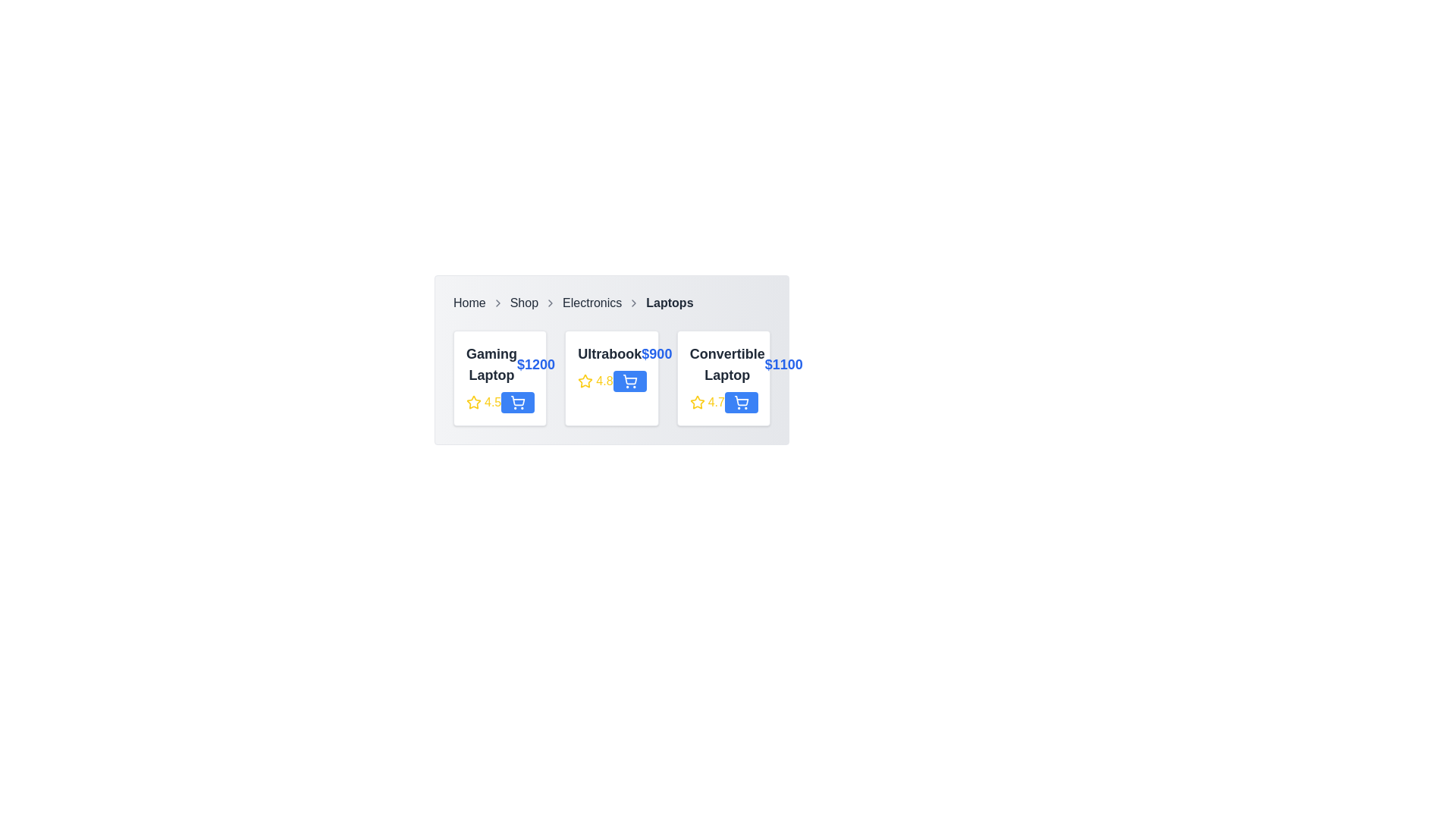 This screenshot has height=819, width=1456. Describe the element at coordinates (500, 402) in the screenshot. I see `the rating value displayed on the Rating display panel located in the bottom section of the first product card for 'Gaming Laptop'` at that location.